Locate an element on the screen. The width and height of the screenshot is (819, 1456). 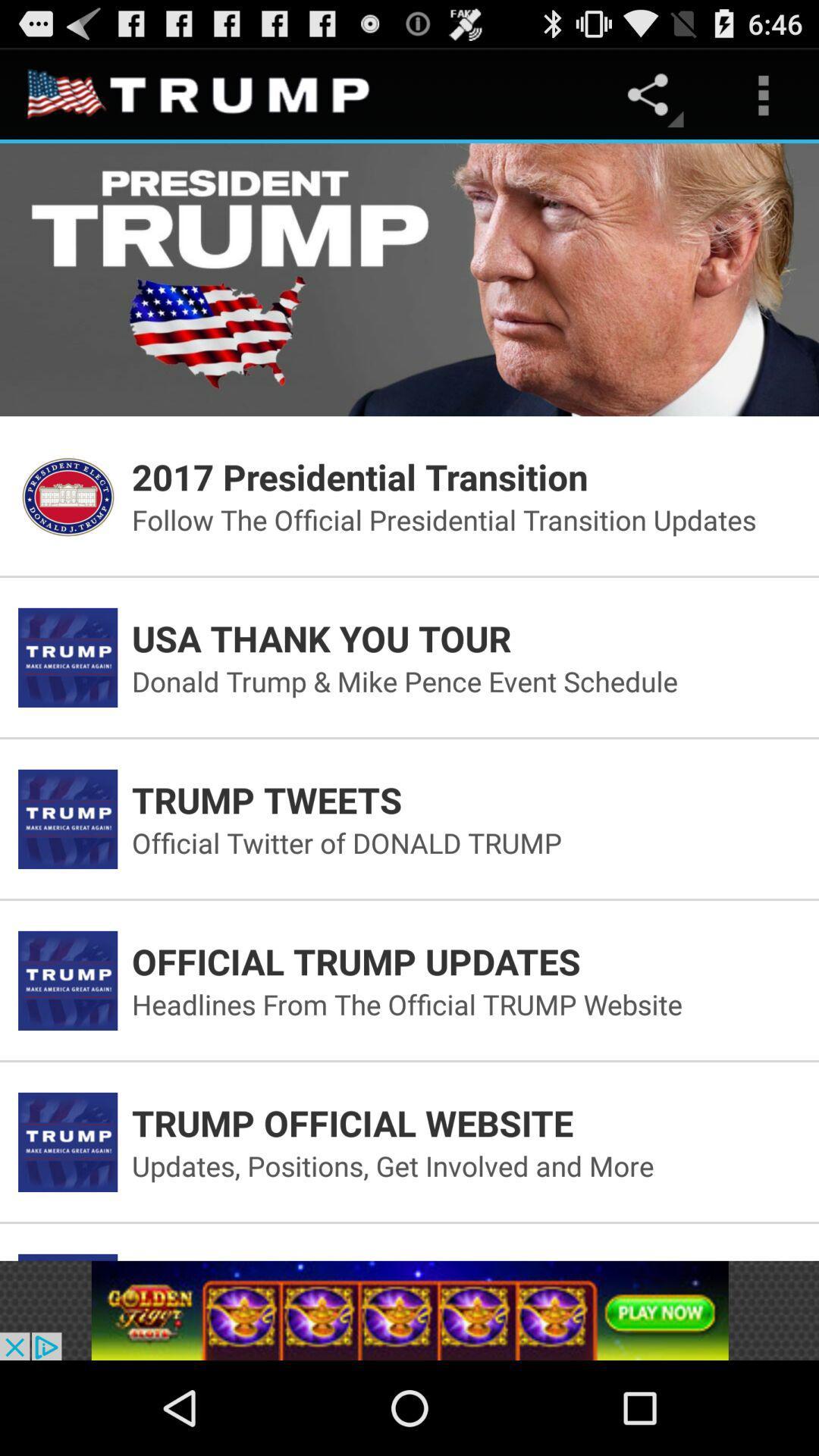
visit advertiser website is located at coordinates (409, 1310).